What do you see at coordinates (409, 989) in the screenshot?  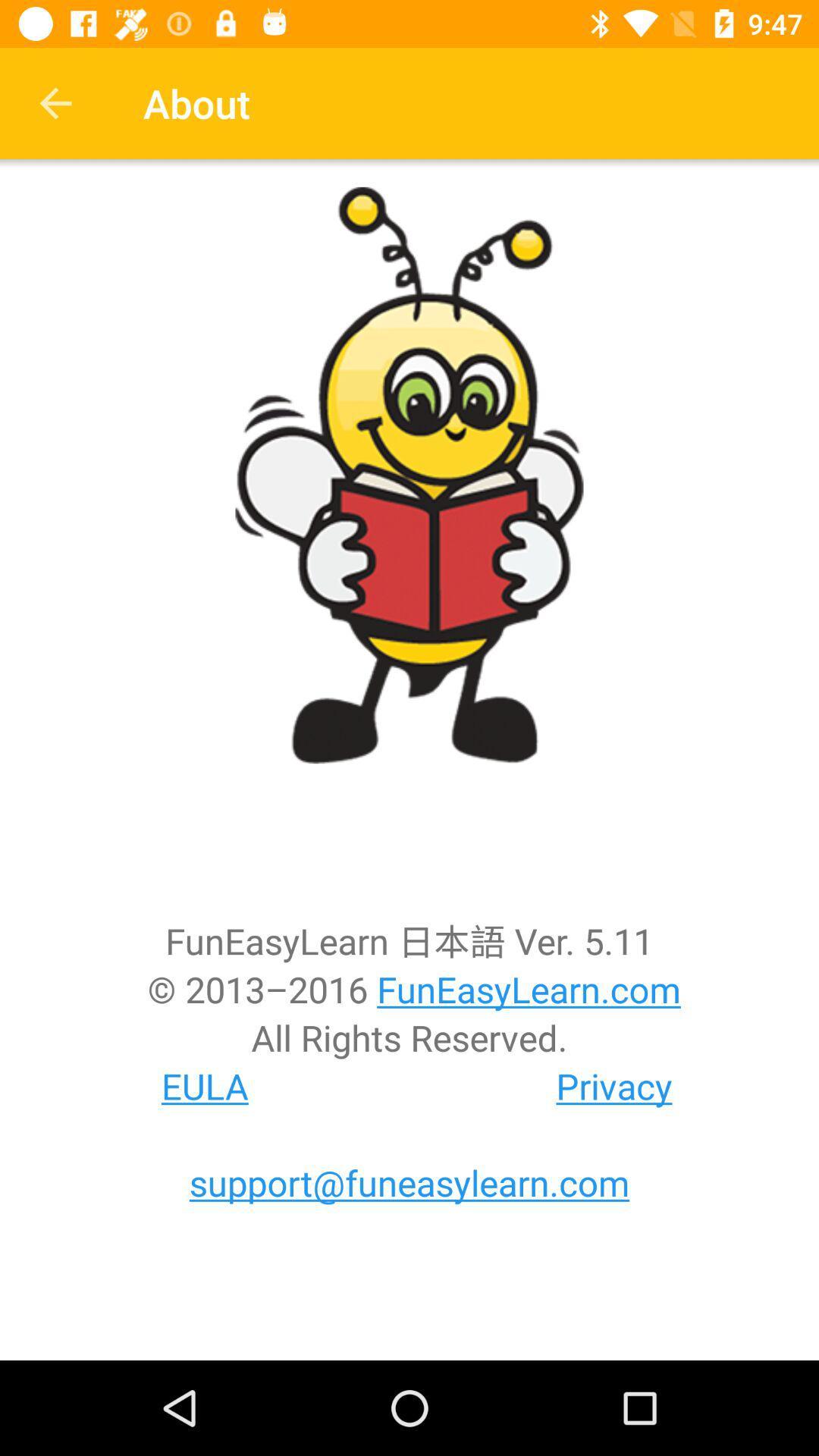 I see `icon above the all rights reserved.` at bounding box center [409, 989].